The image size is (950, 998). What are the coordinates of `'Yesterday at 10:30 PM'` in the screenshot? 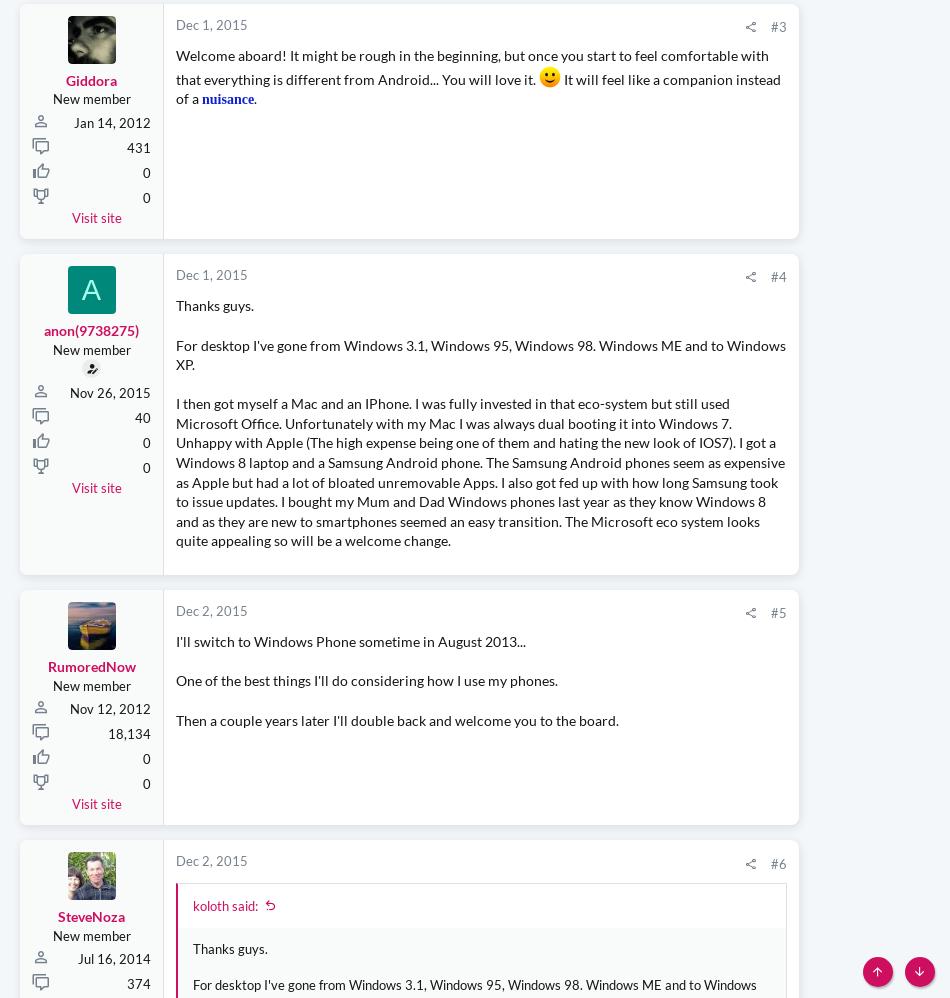 It's located at (666, 358).